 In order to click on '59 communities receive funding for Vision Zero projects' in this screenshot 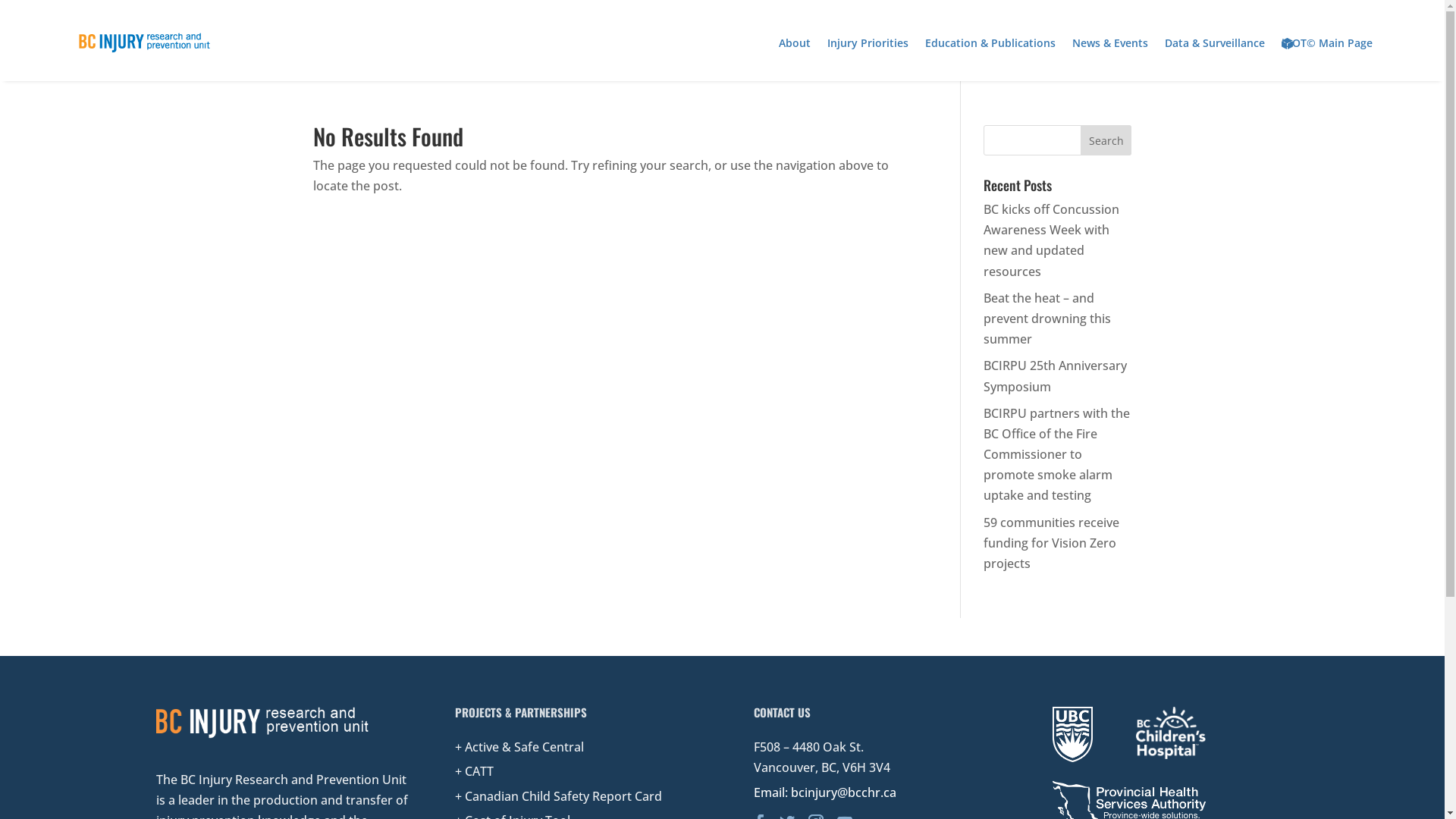, I will do `click(1050, 542)`.